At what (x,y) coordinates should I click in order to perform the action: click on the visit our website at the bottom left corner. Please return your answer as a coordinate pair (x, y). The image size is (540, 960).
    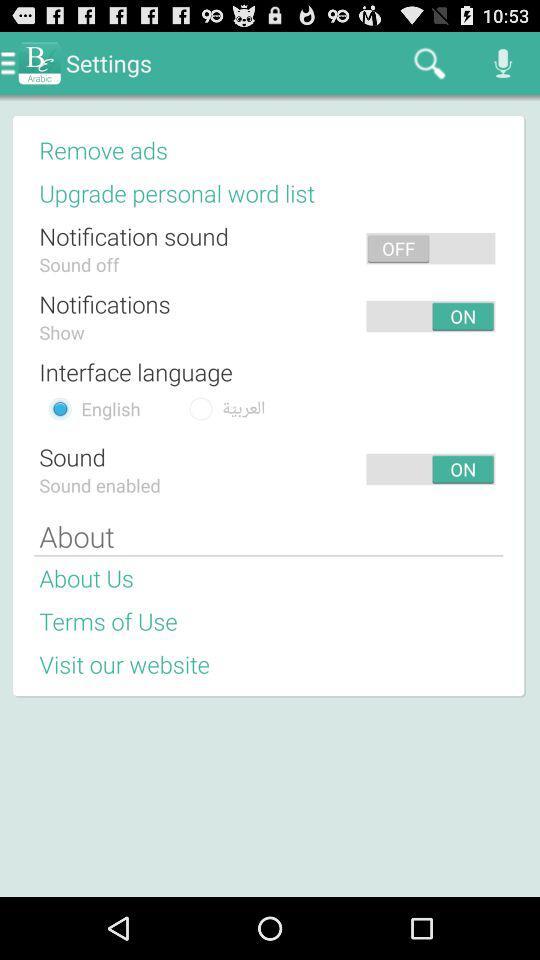
    Looking at the image, I should click on (124, 664).